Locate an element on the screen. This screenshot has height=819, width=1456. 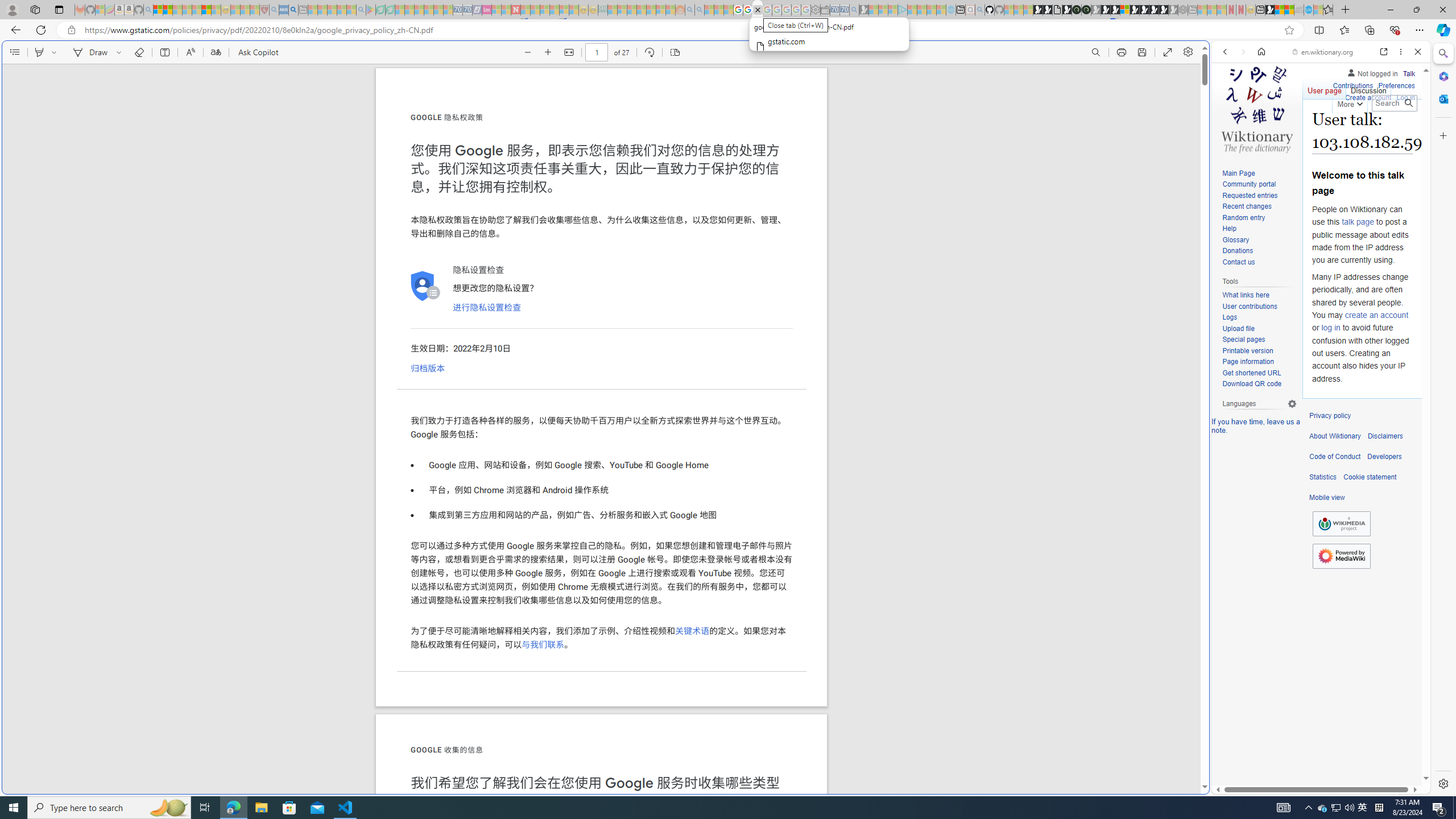
'Recent changes' is located at coordinates (1259, 206).